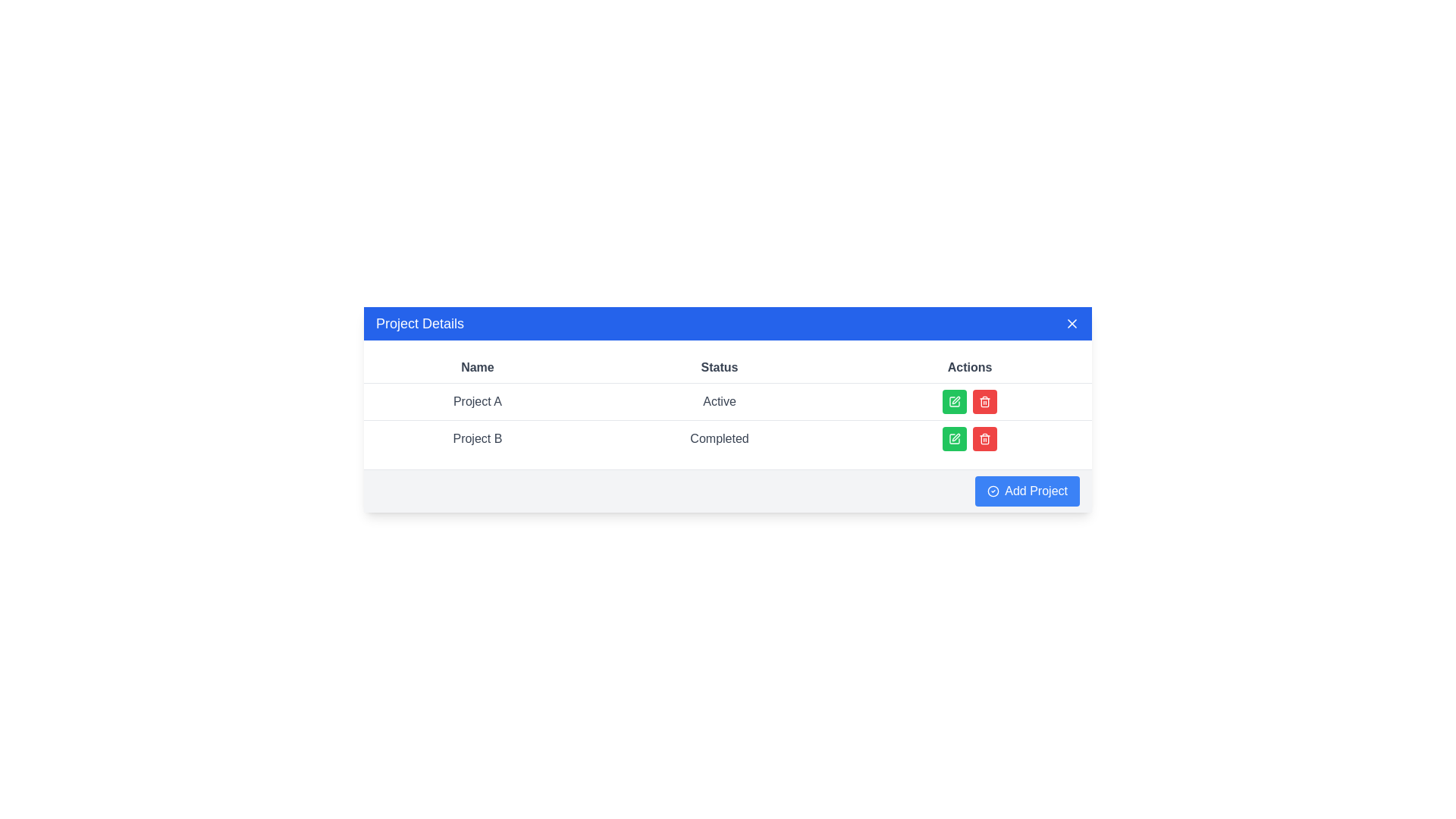 The width and height of the screenshot is (1456, 819). I want to click on the trash bin icon element located in the 'Actions' column of the table, specifically as part of the second button in the second row, which is to the right of the green edit button, so click(985, 402).